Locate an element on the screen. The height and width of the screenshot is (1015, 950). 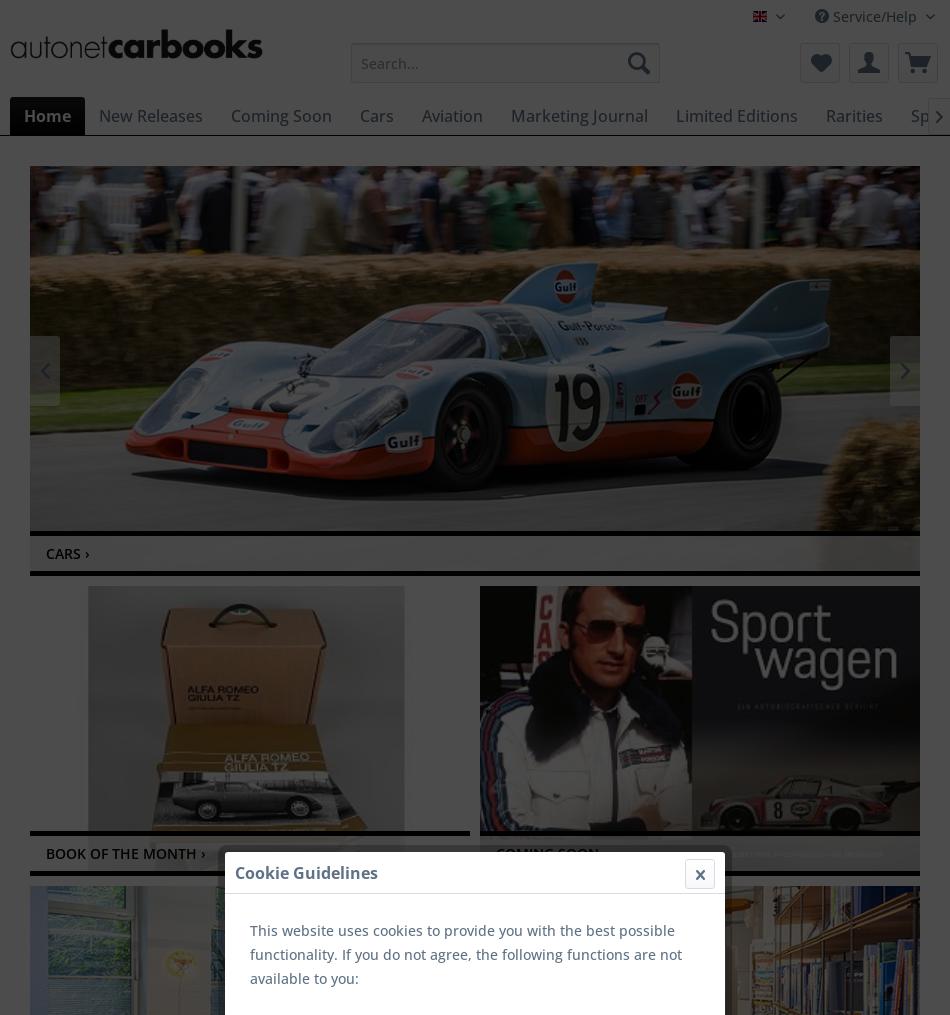
'Home' is located at coordinates (47, 114).